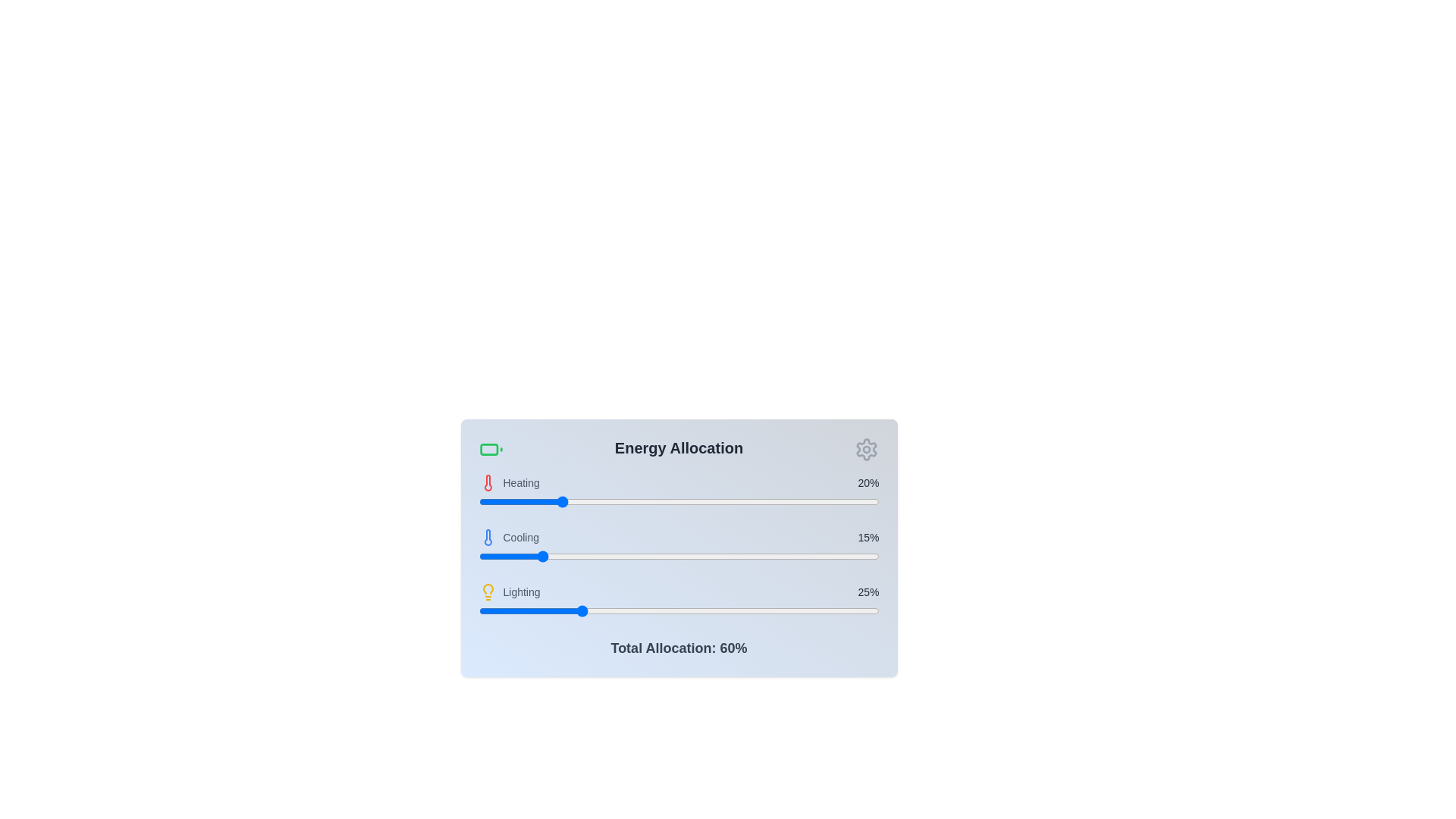  Describe the element at coordinates (726, 610) in the screenshot. I see `the lighting allocation slider to 62%` at that location.